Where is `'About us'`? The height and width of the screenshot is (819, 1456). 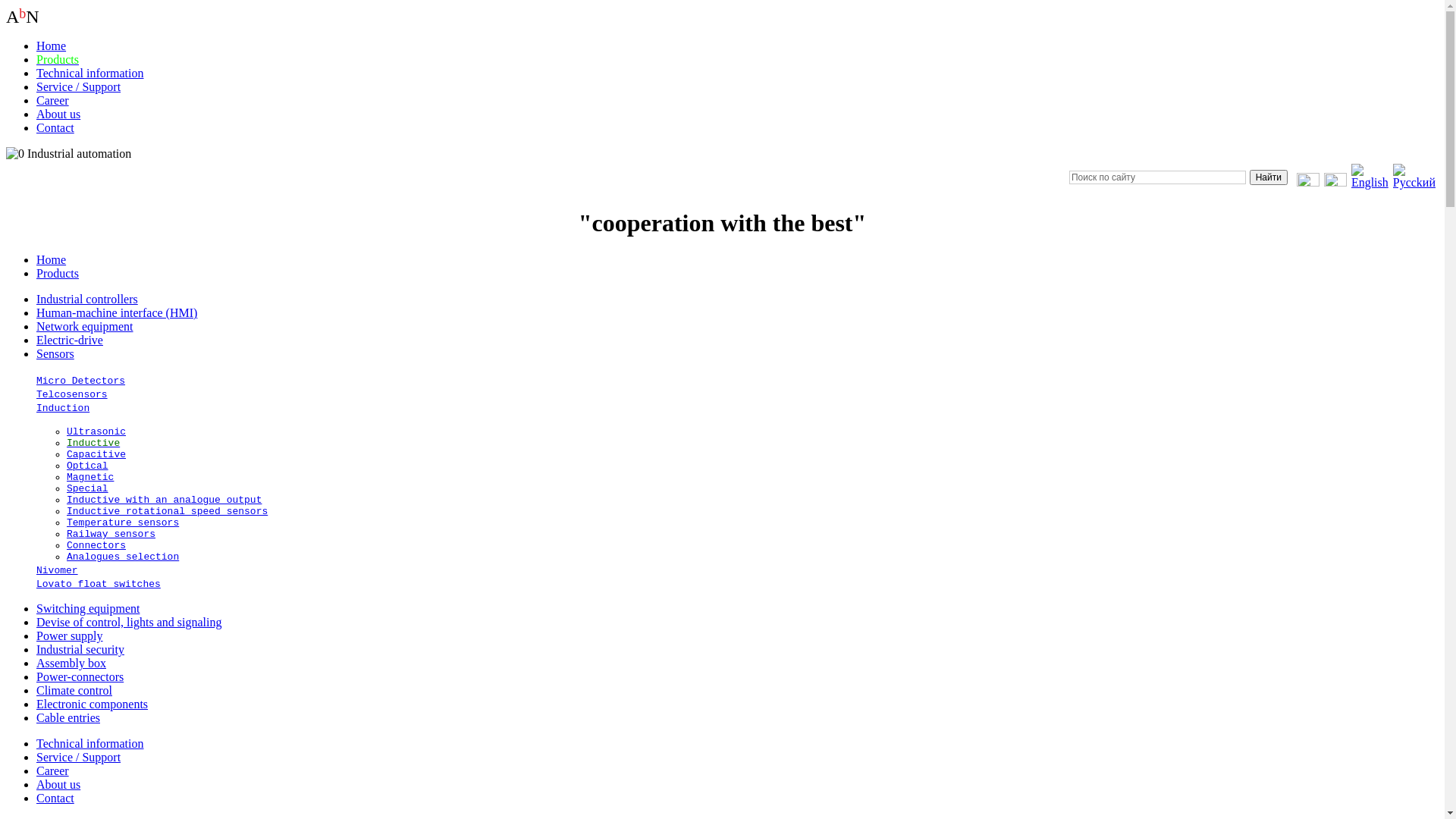 'About us' is located at coordinates (58, 113).